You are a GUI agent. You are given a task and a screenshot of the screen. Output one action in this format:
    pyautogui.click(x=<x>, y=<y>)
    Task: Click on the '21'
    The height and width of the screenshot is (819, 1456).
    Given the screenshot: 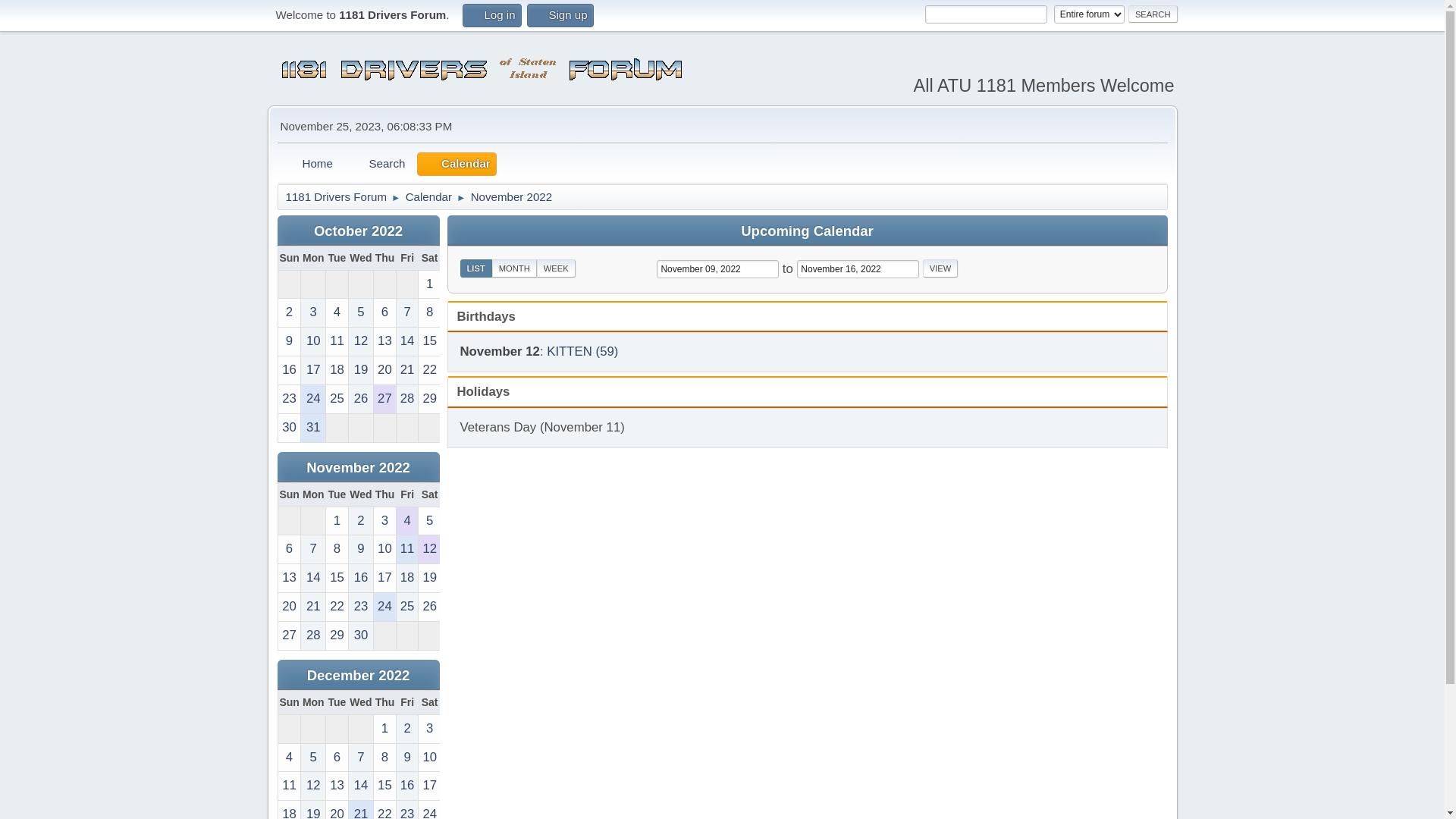 What is the action you would take?
    pyautogui.click(x=312, y=606)
    